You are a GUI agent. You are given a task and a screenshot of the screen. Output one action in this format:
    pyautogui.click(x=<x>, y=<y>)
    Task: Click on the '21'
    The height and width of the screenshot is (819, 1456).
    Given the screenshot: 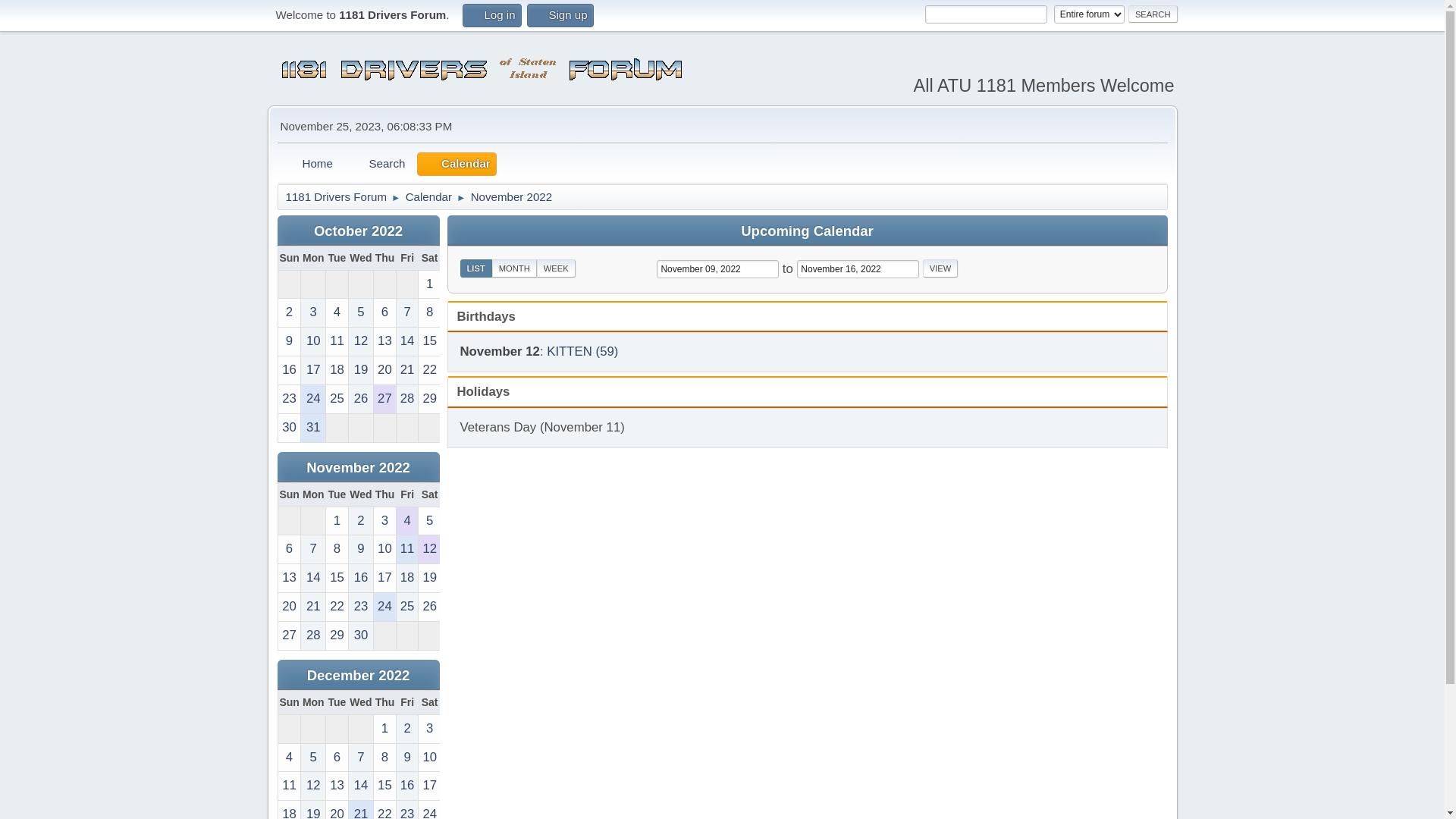 What is the action you would take?
    pyautogui.click(x=312, y=606)
    